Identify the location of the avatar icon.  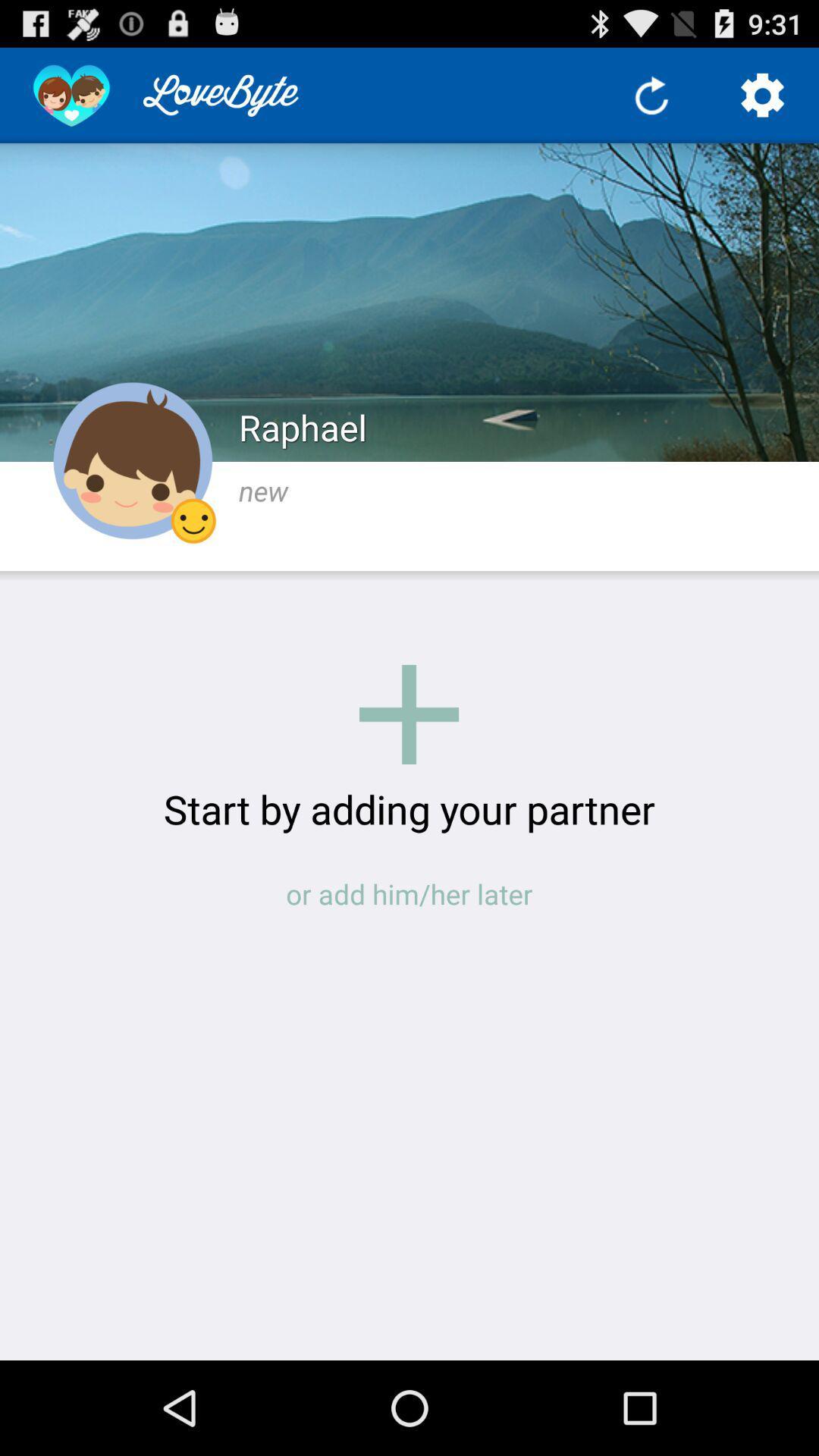
(132, 493).